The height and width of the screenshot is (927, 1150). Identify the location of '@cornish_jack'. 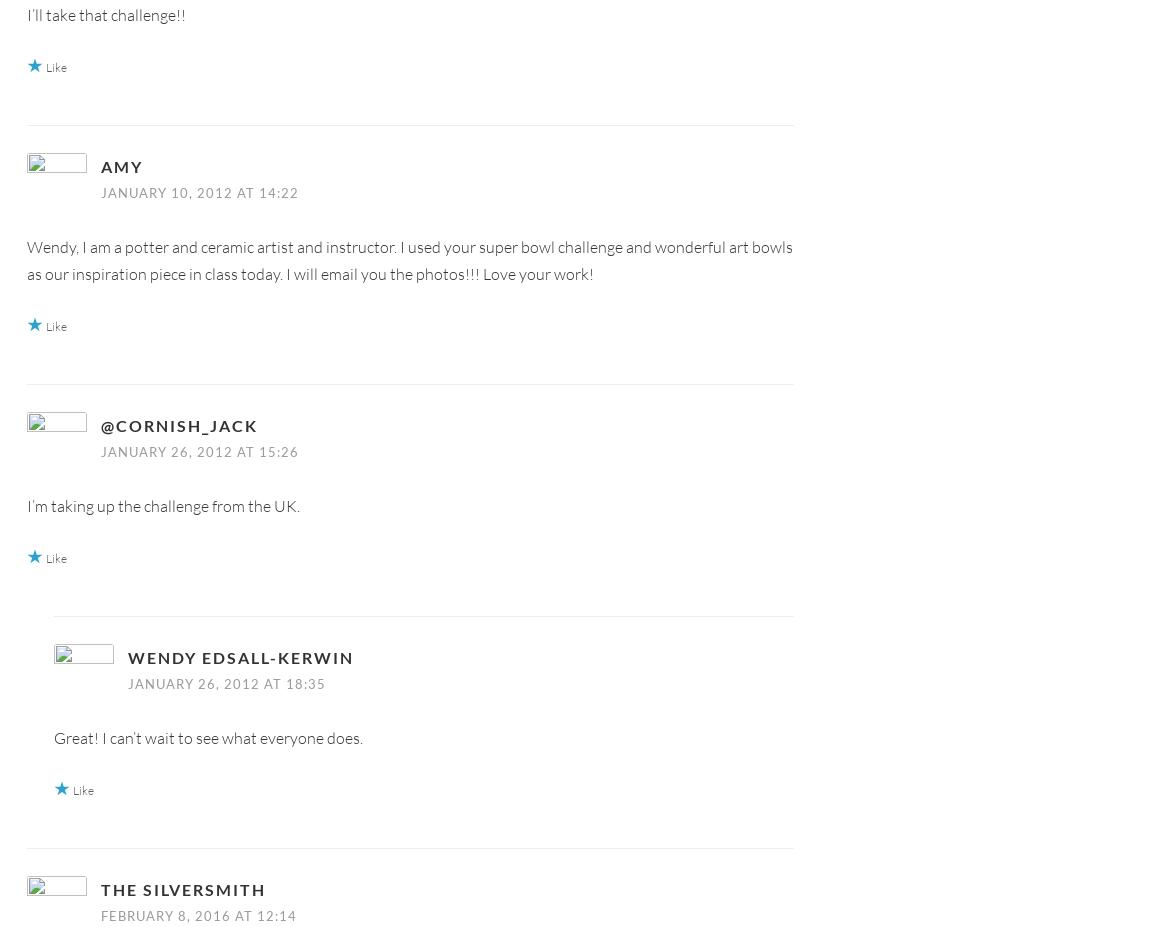
(178, 423).